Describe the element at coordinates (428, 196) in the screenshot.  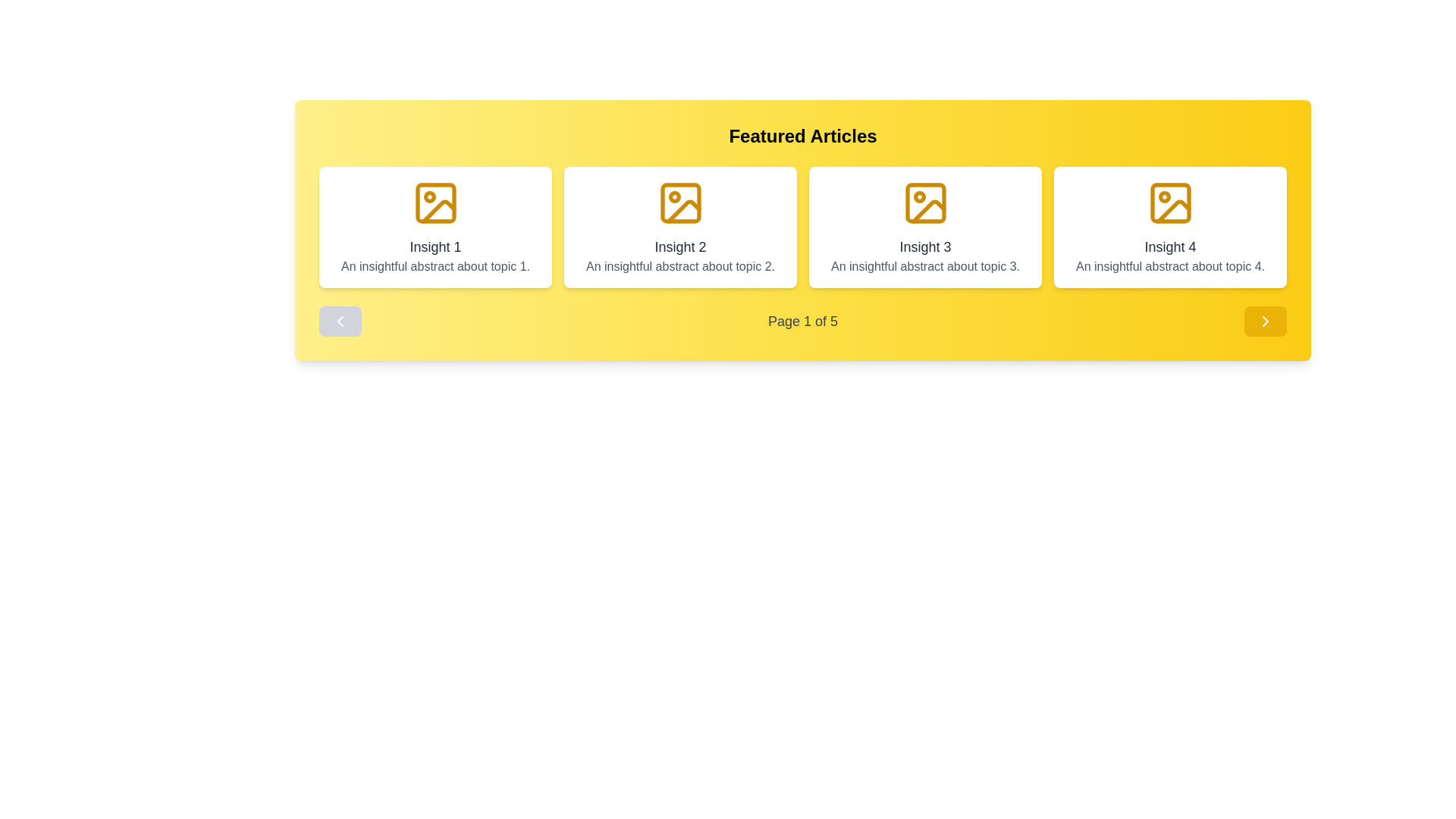
I see `the small circular shape inside the first framed image icon of the carousel titled 'Insight 1', which resembles the sun over a mountain` at that location.